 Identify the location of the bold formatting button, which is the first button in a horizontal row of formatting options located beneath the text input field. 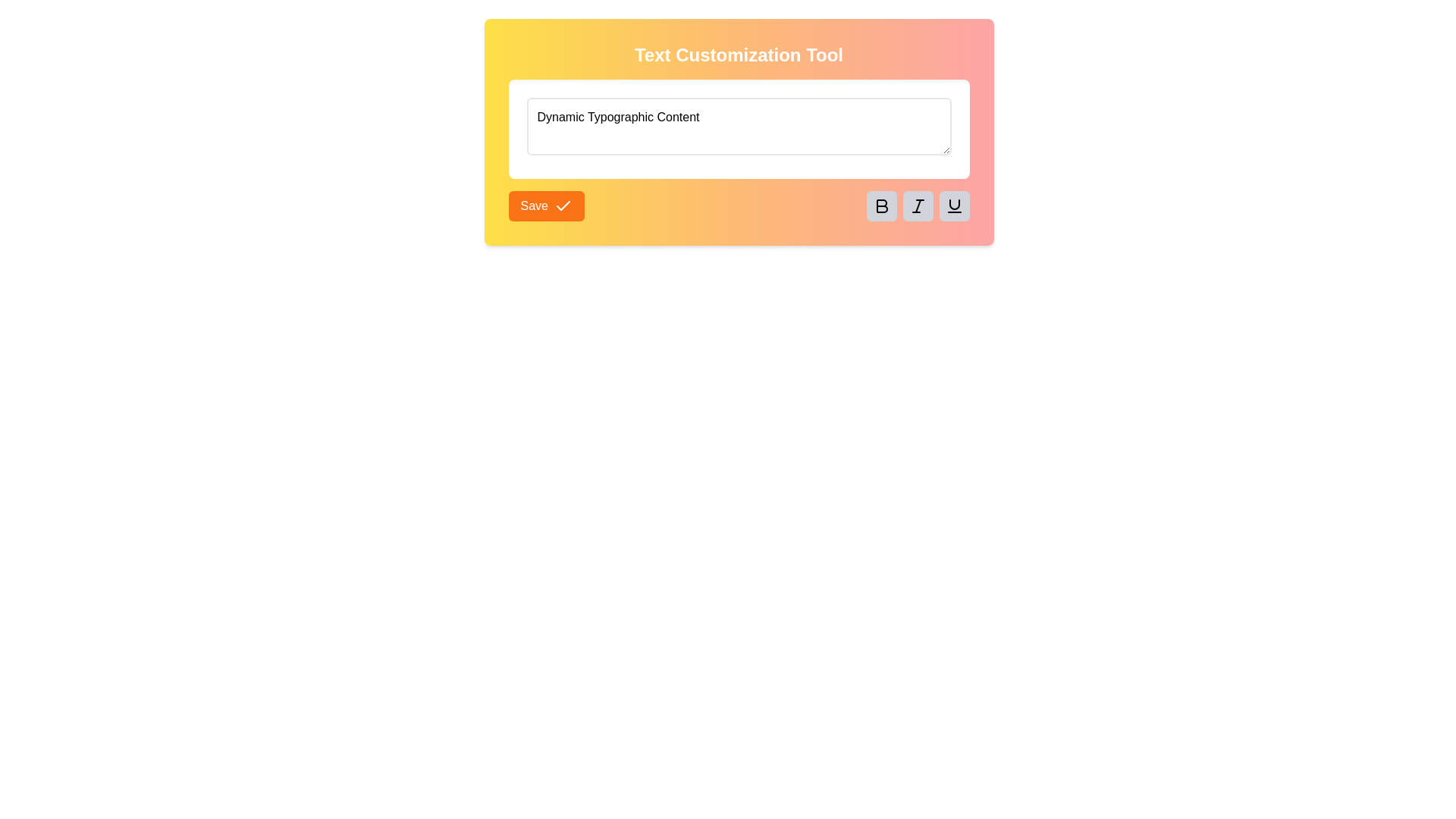
(881, 206).